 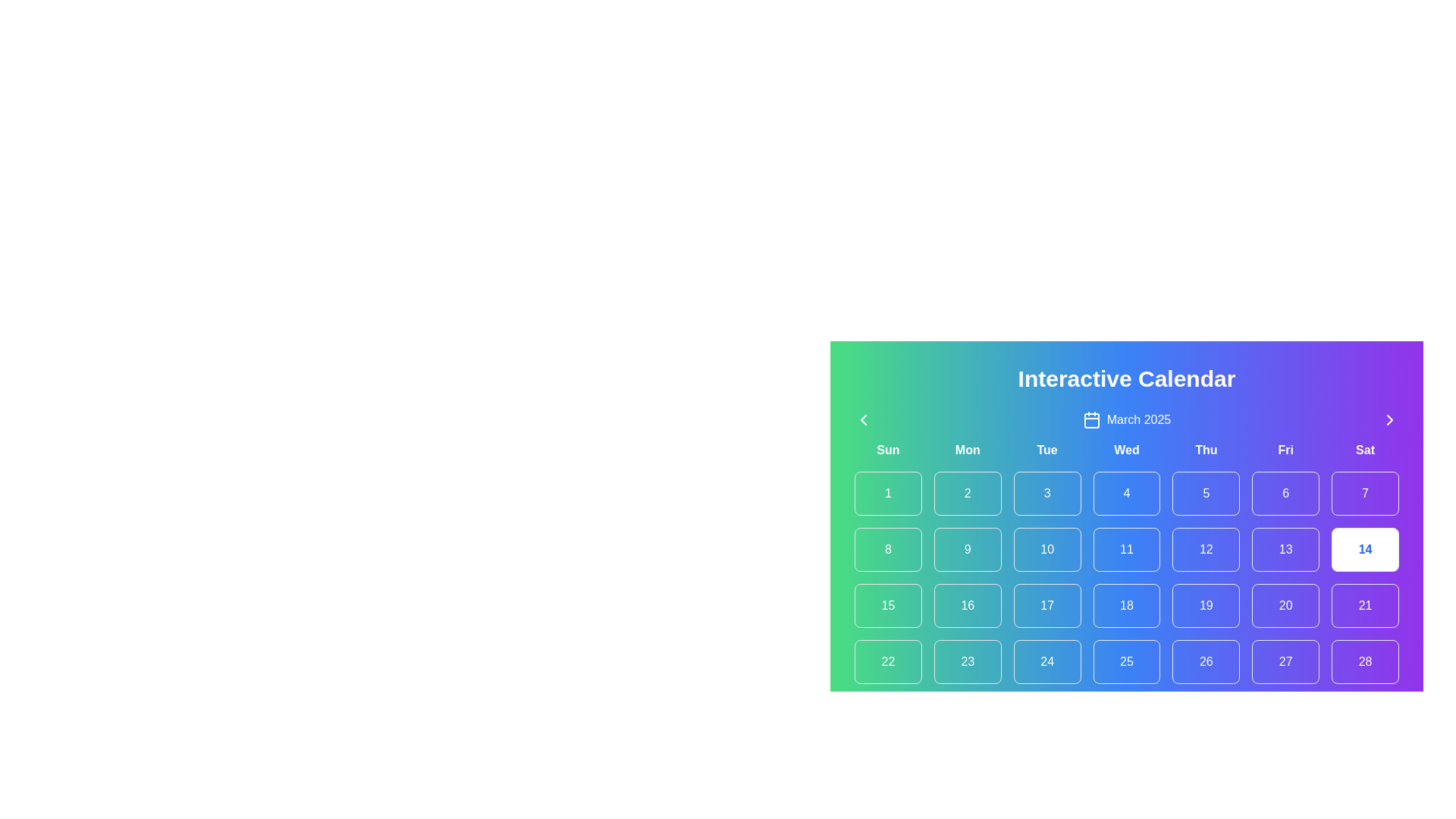 I want to click on the calendar icon located below the 'Interactive Calendar' header at the top center of the interface, so click(x=1090, y=421).